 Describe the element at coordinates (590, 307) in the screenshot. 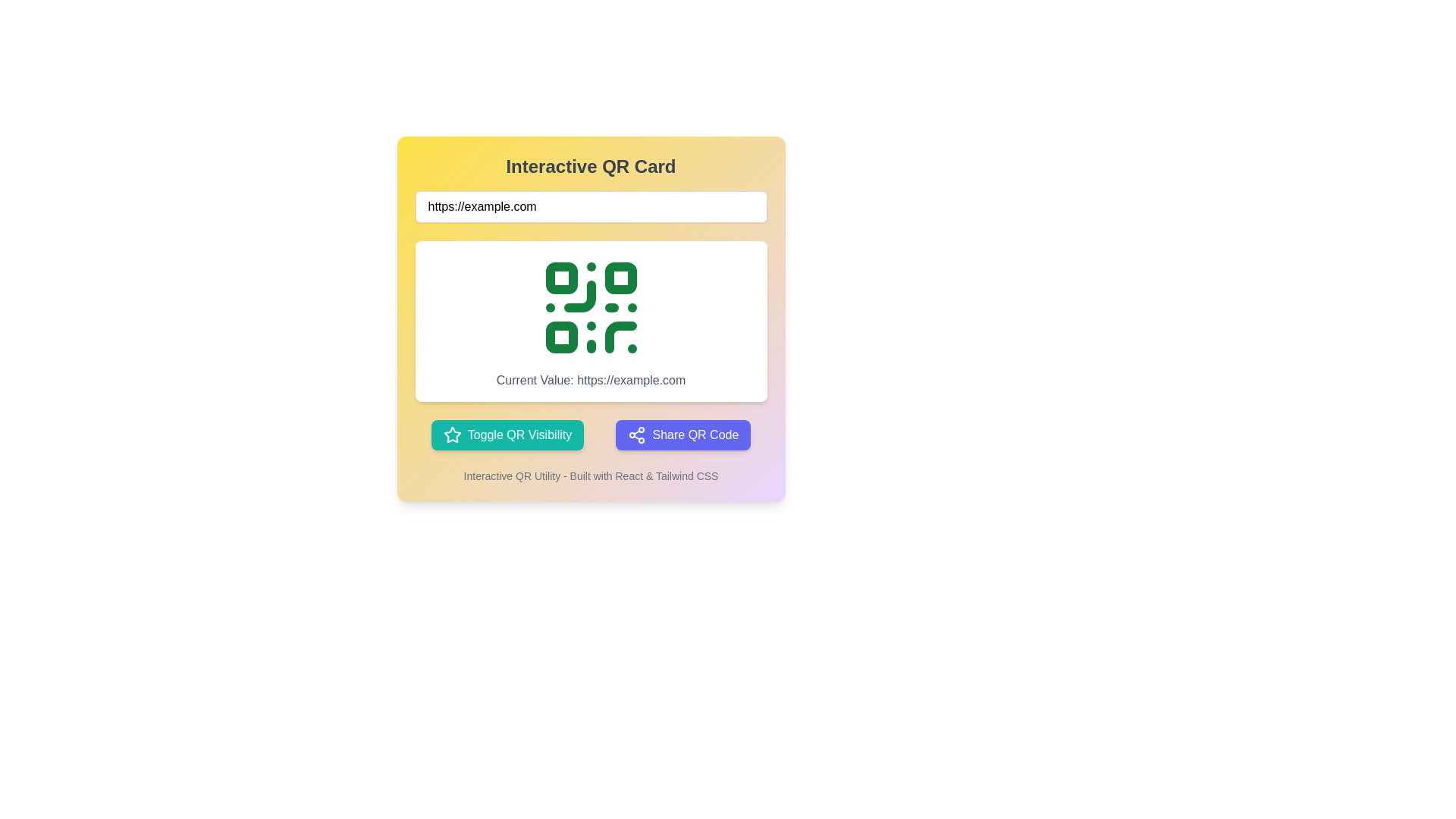

I see `the SVG Graphic representing the QR Code, which is centrally located beneath the header text input field and above the informational text and interactive buttons` at that location.